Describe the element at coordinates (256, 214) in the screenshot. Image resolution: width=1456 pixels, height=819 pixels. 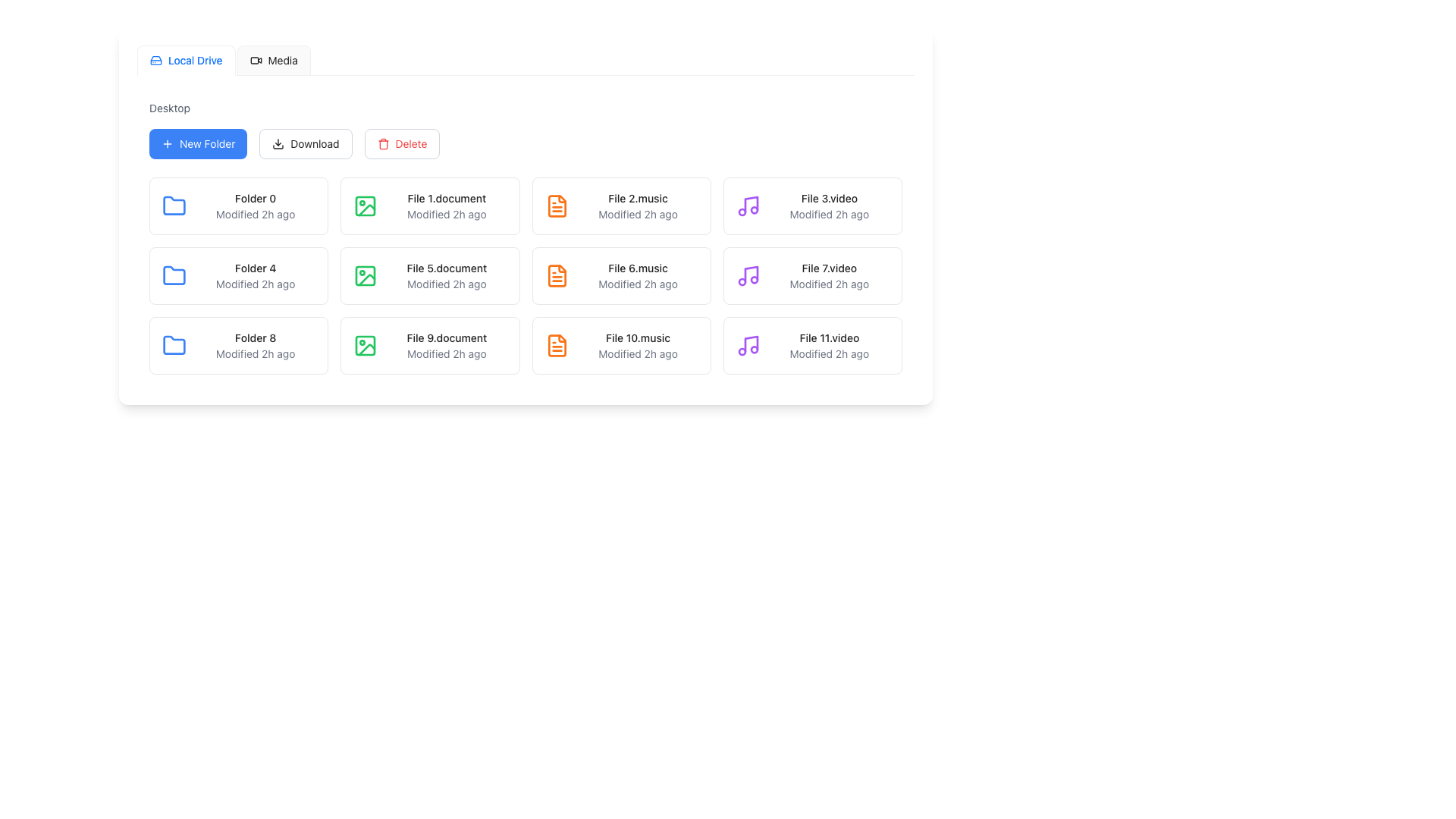
I see `the text label indicating the last modification time of the associated file or folder, which is directly below the label 'Folder 0' in the first row of the file listing` at that location.